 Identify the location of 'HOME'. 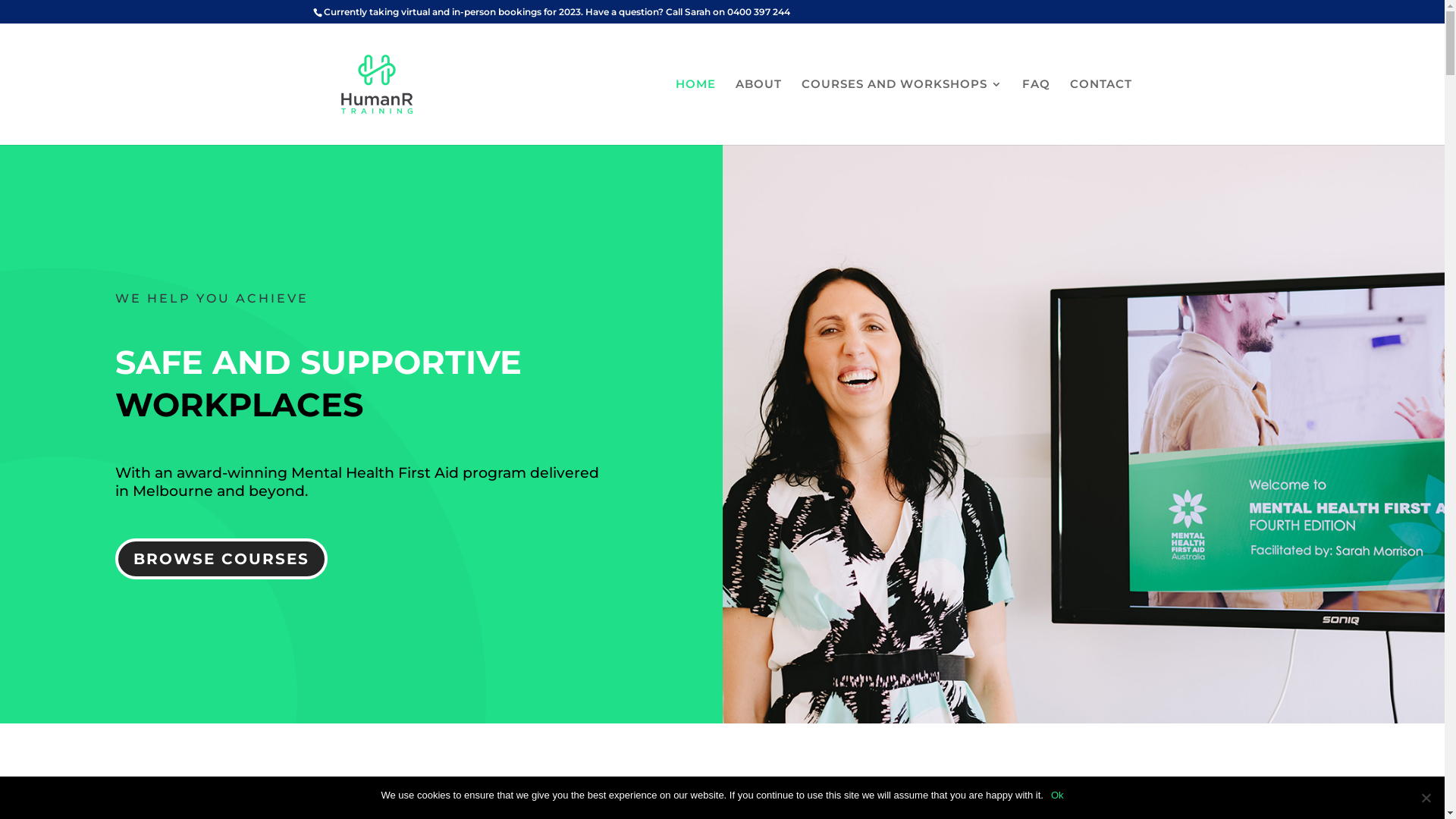
(694, 111).